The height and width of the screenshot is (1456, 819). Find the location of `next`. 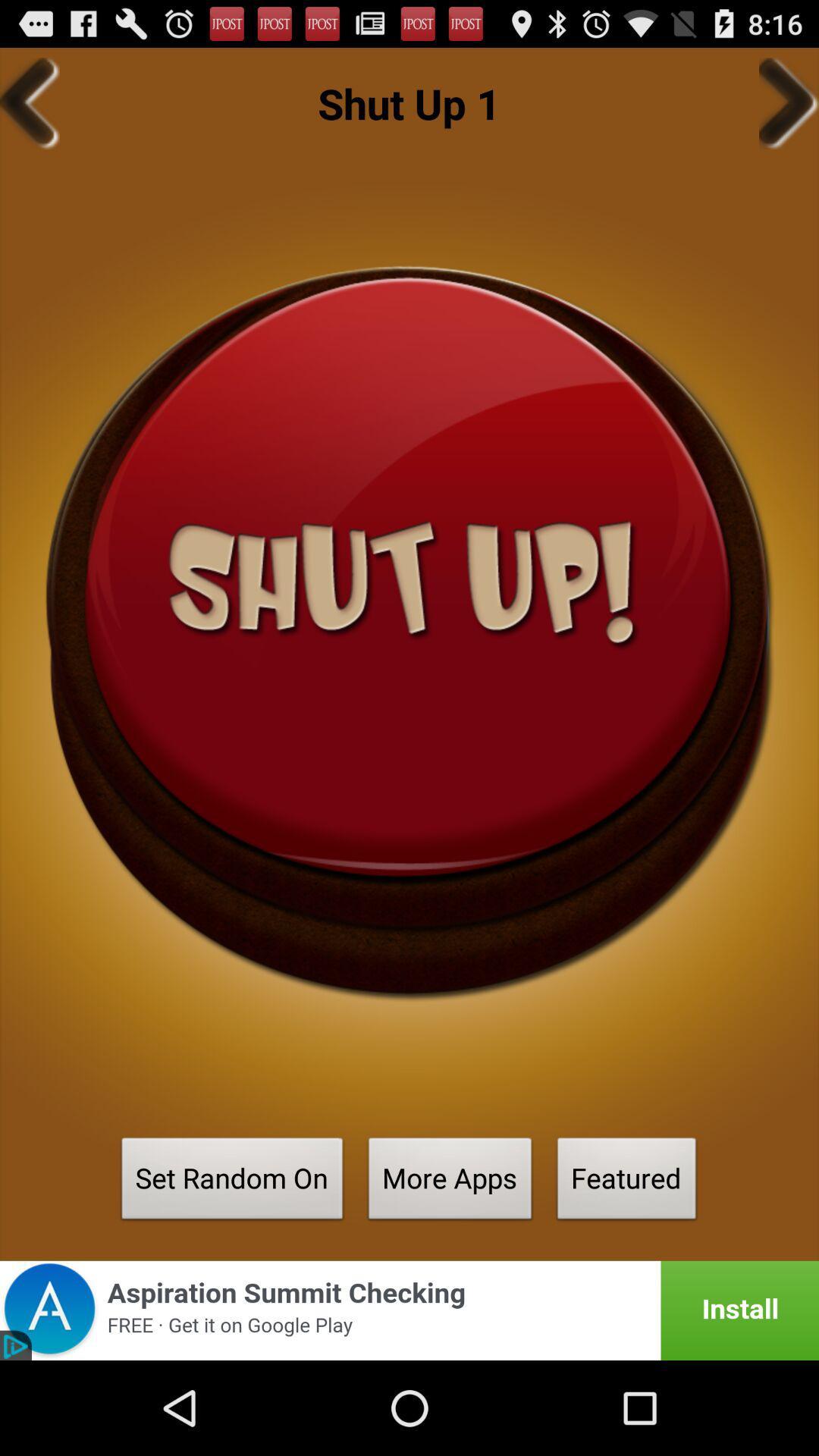

next is located at coordinates (788, 102).